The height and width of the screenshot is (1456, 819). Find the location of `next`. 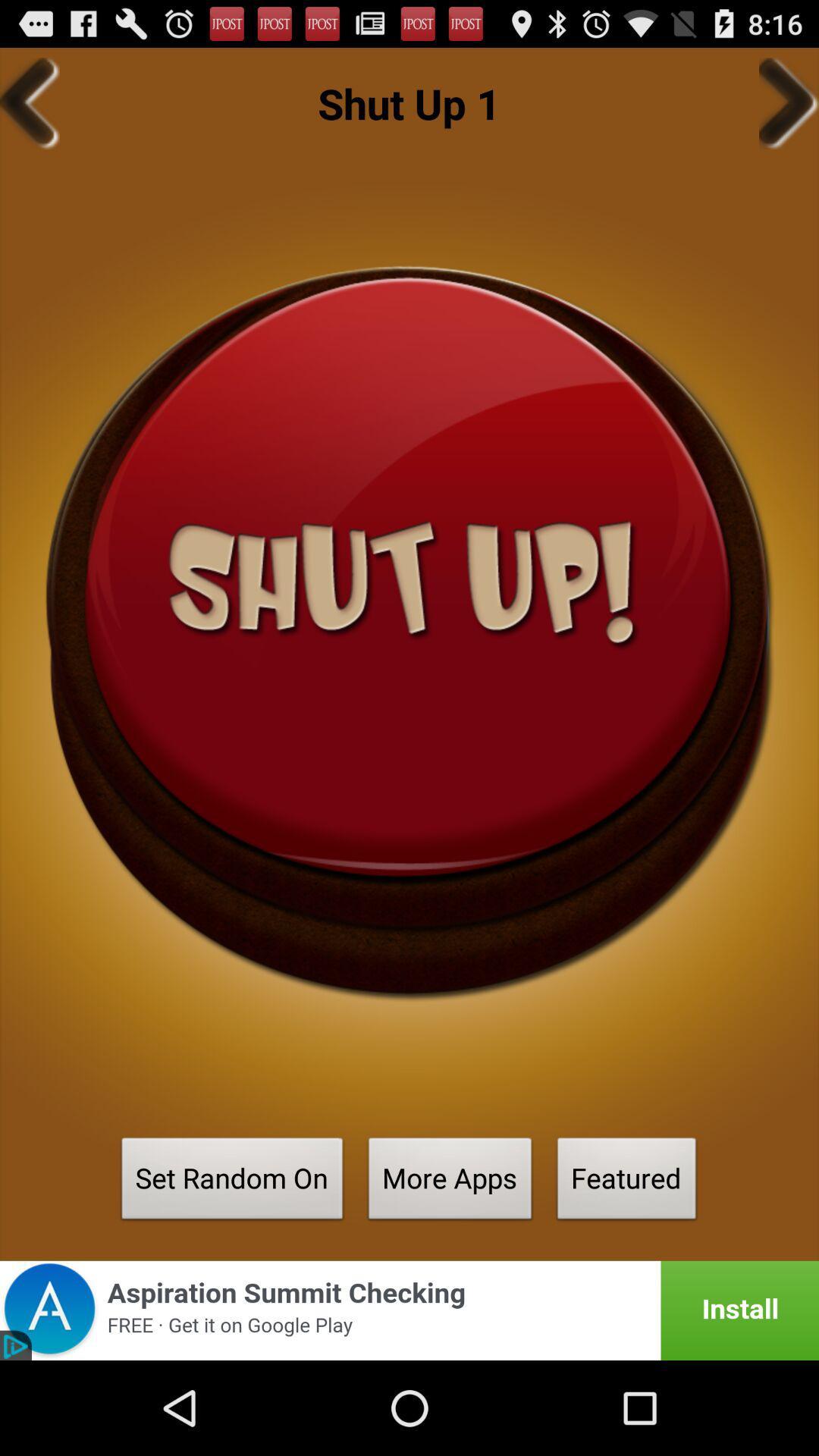

next is located at coordinates (788, 102).